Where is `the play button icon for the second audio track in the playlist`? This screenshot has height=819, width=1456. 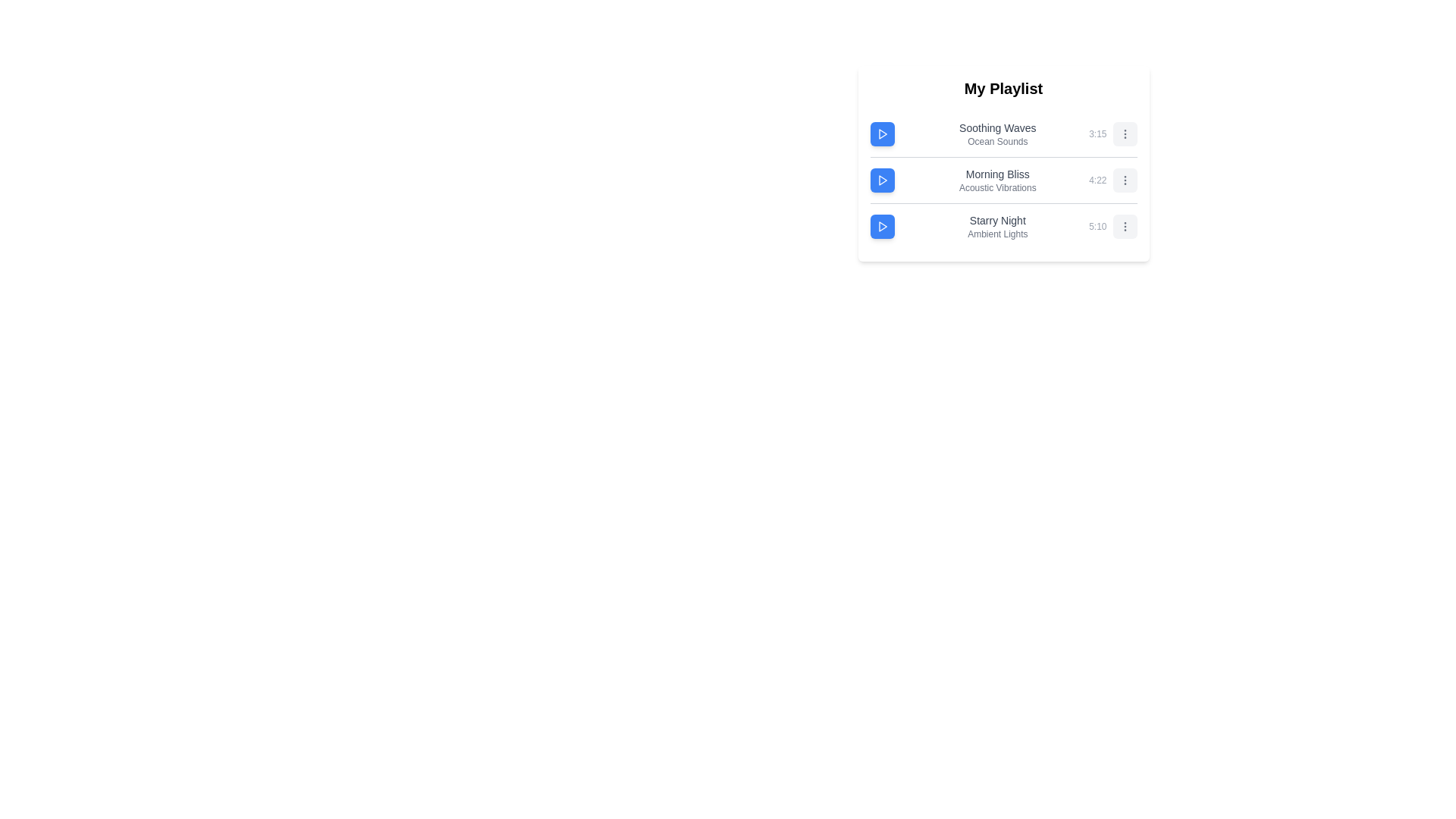
the play button icon for the second audio track in the playlist is located at coordinates (883, 180).